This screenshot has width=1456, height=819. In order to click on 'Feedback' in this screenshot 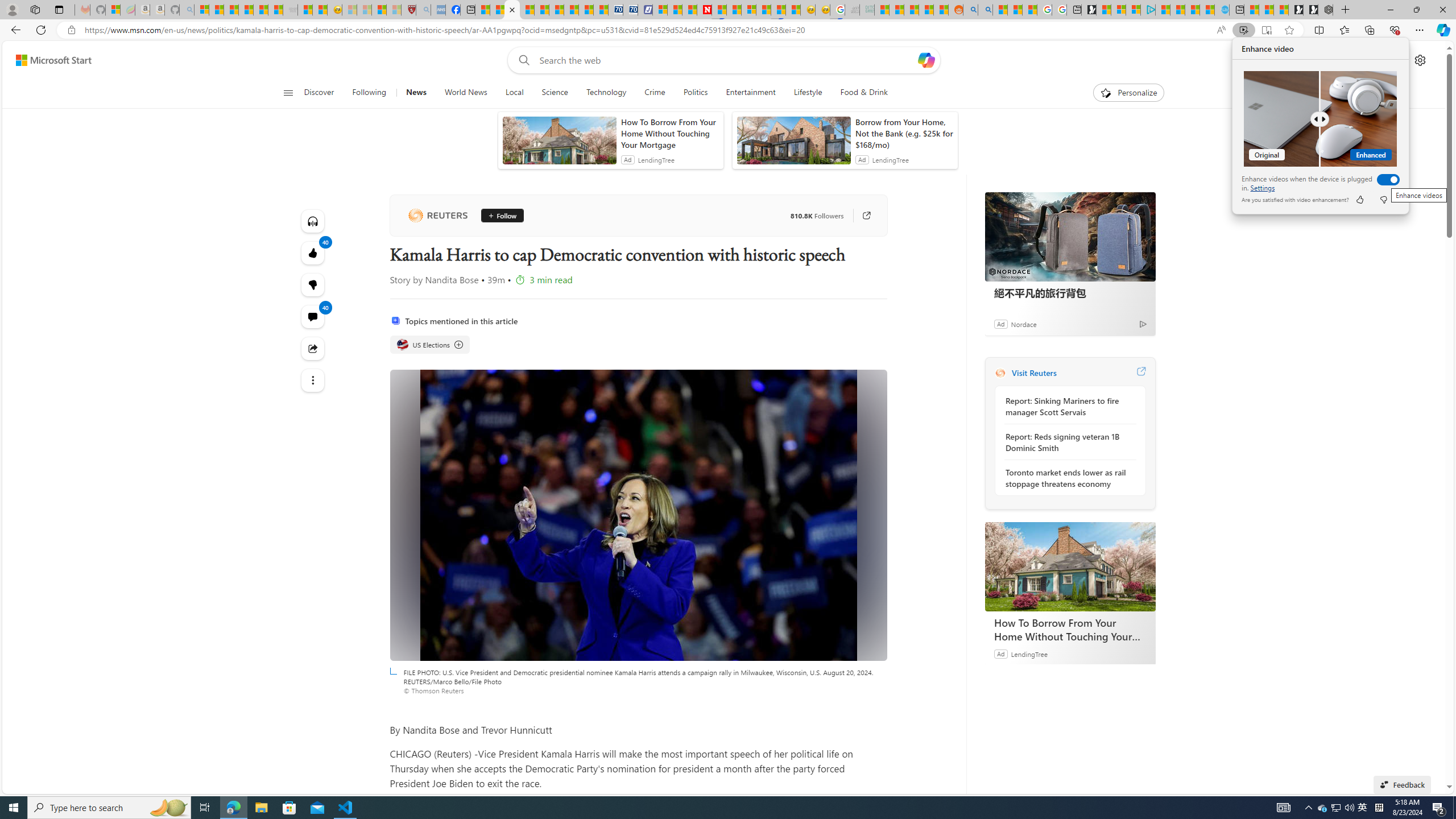, I will do `click(1402, 784)`.